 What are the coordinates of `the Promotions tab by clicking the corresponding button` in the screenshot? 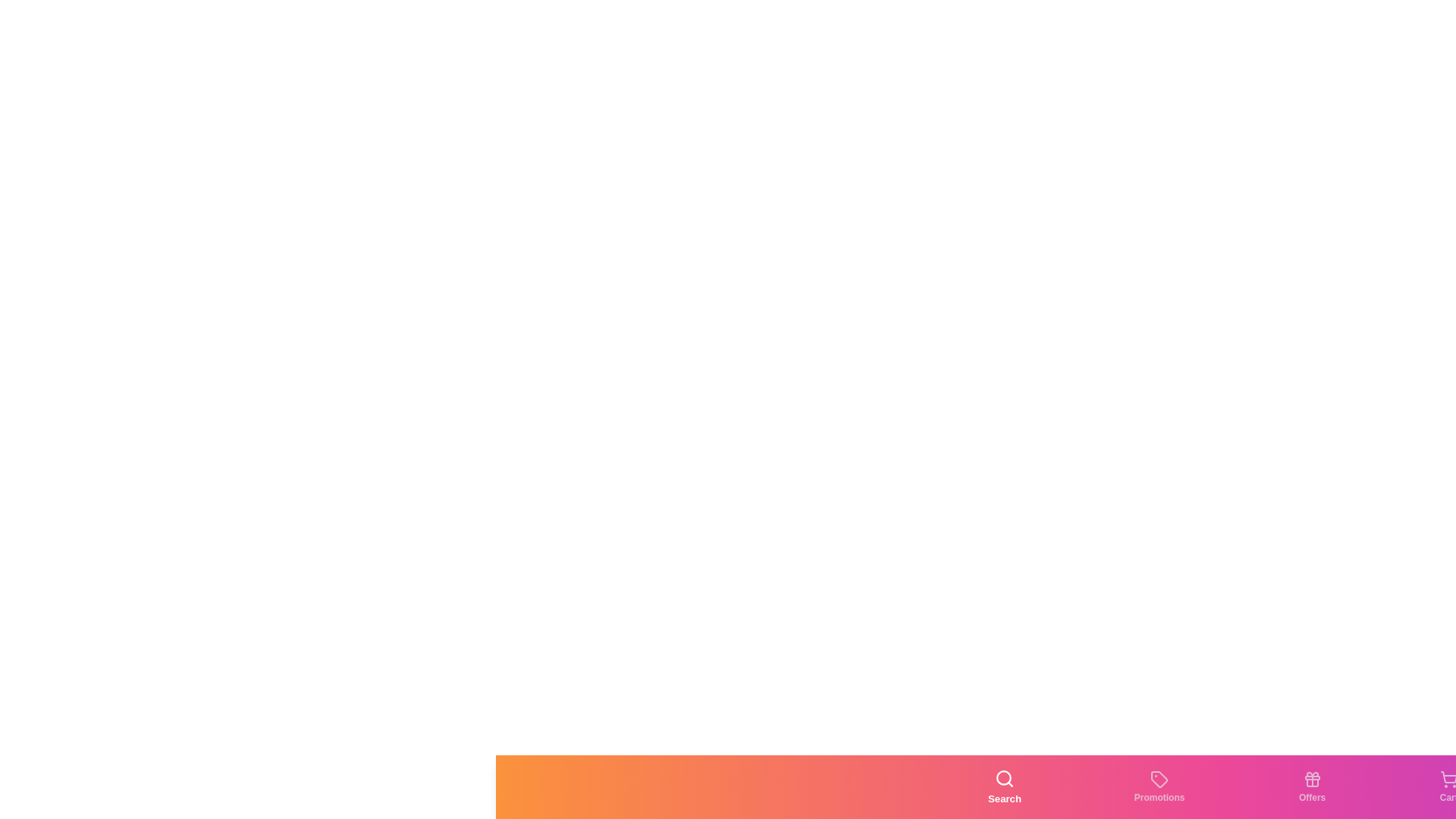 It's located at (1159, 786).